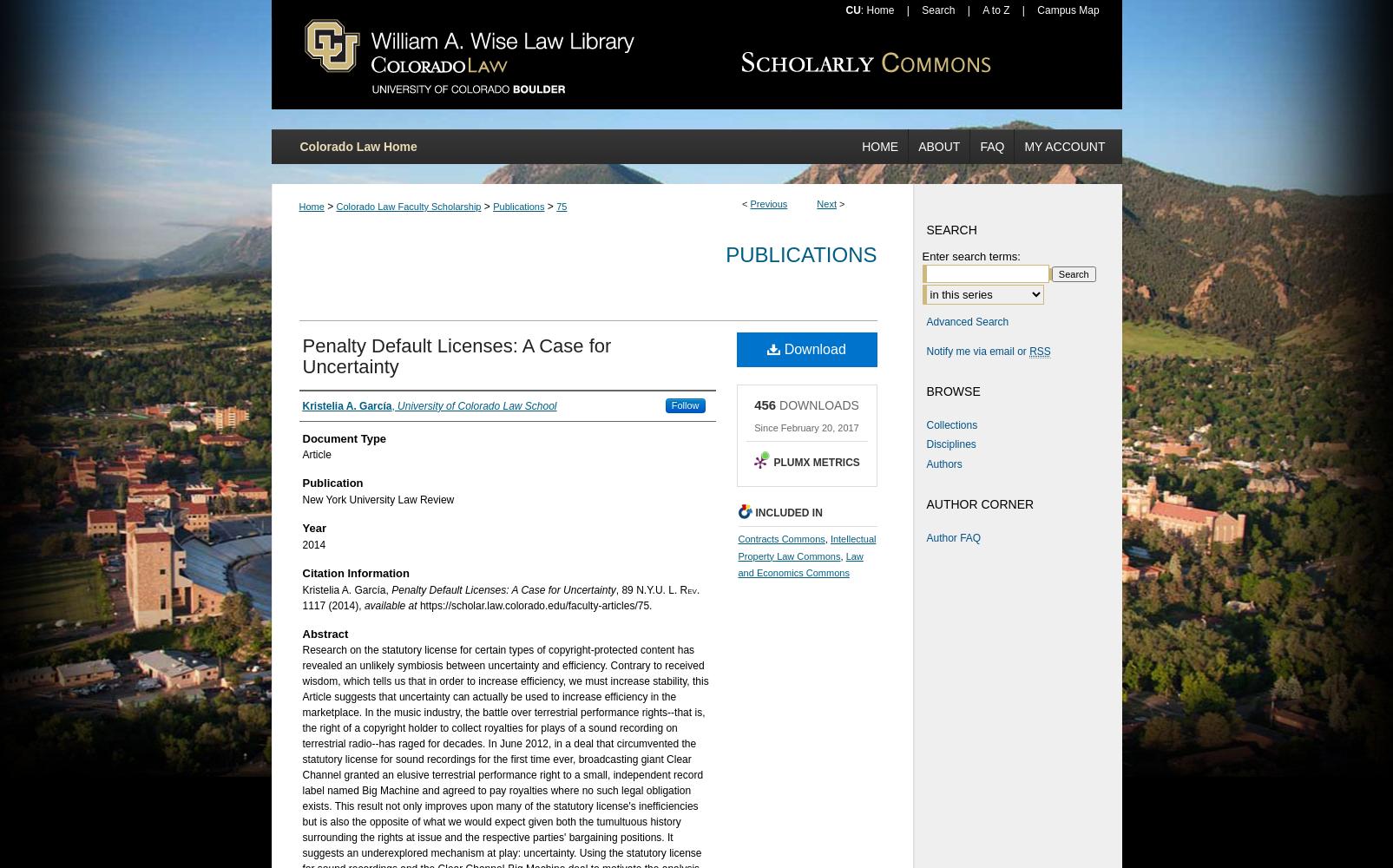  Describe the element at coordinates (331, 483) in the screenshot. I see `'Publication'` at that location.